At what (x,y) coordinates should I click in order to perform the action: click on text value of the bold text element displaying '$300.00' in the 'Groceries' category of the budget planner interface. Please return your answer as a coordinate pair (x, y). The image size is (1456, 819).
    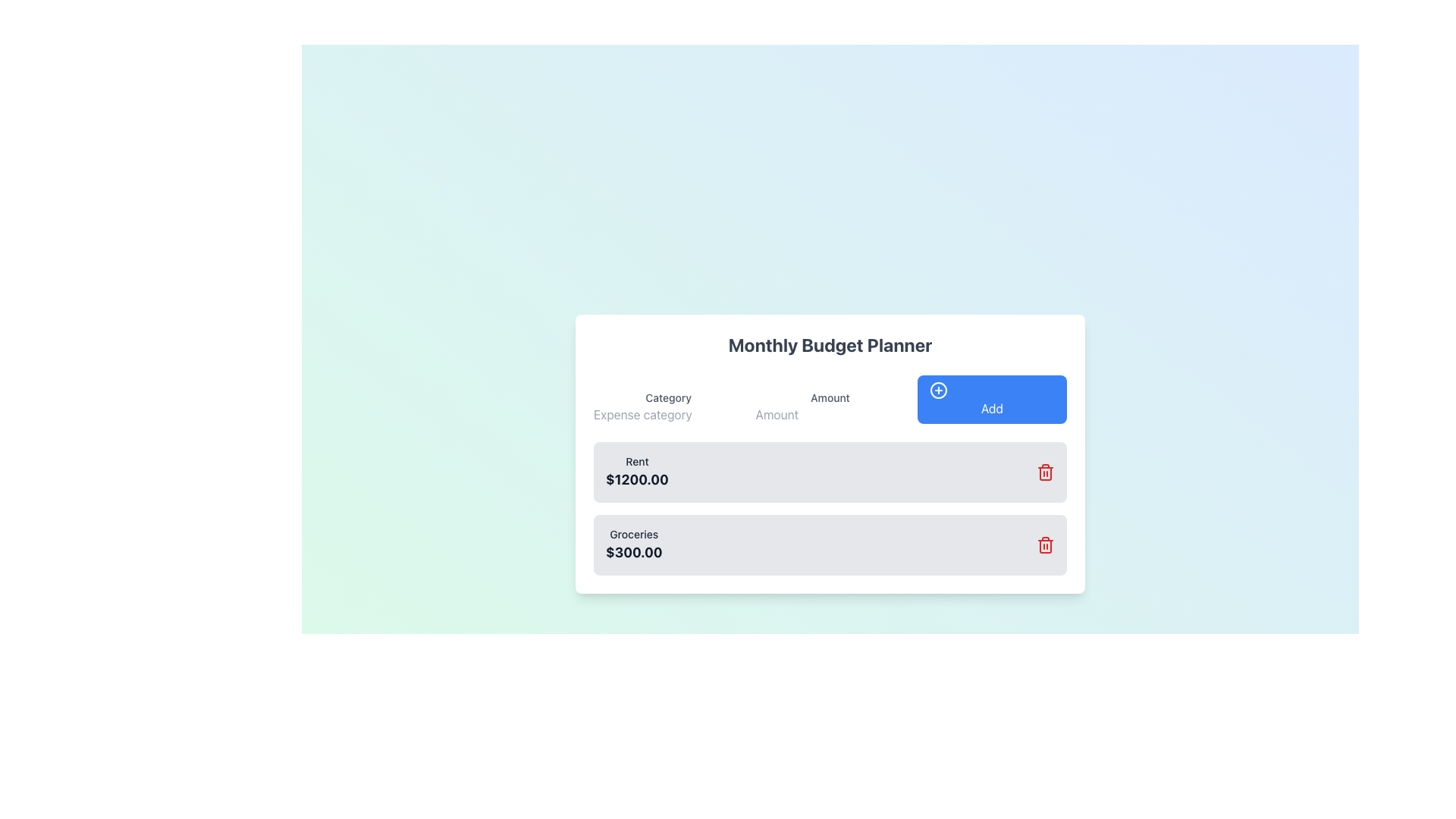
    Looking at the image, I should click on (634, 553).